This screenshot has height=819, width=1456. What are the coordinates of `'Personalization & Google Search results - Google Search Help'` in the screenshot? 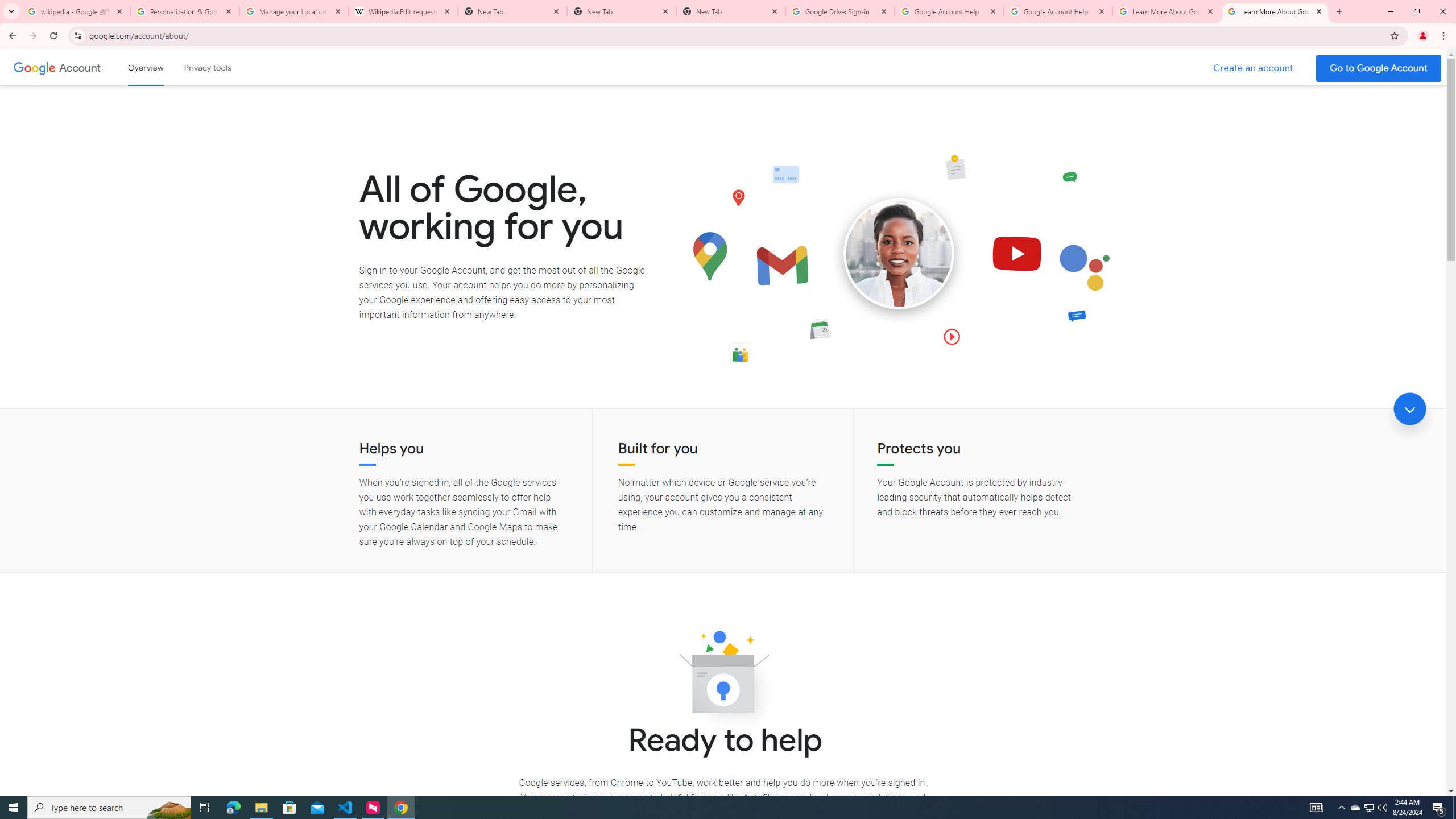 It's located at (185, 11).